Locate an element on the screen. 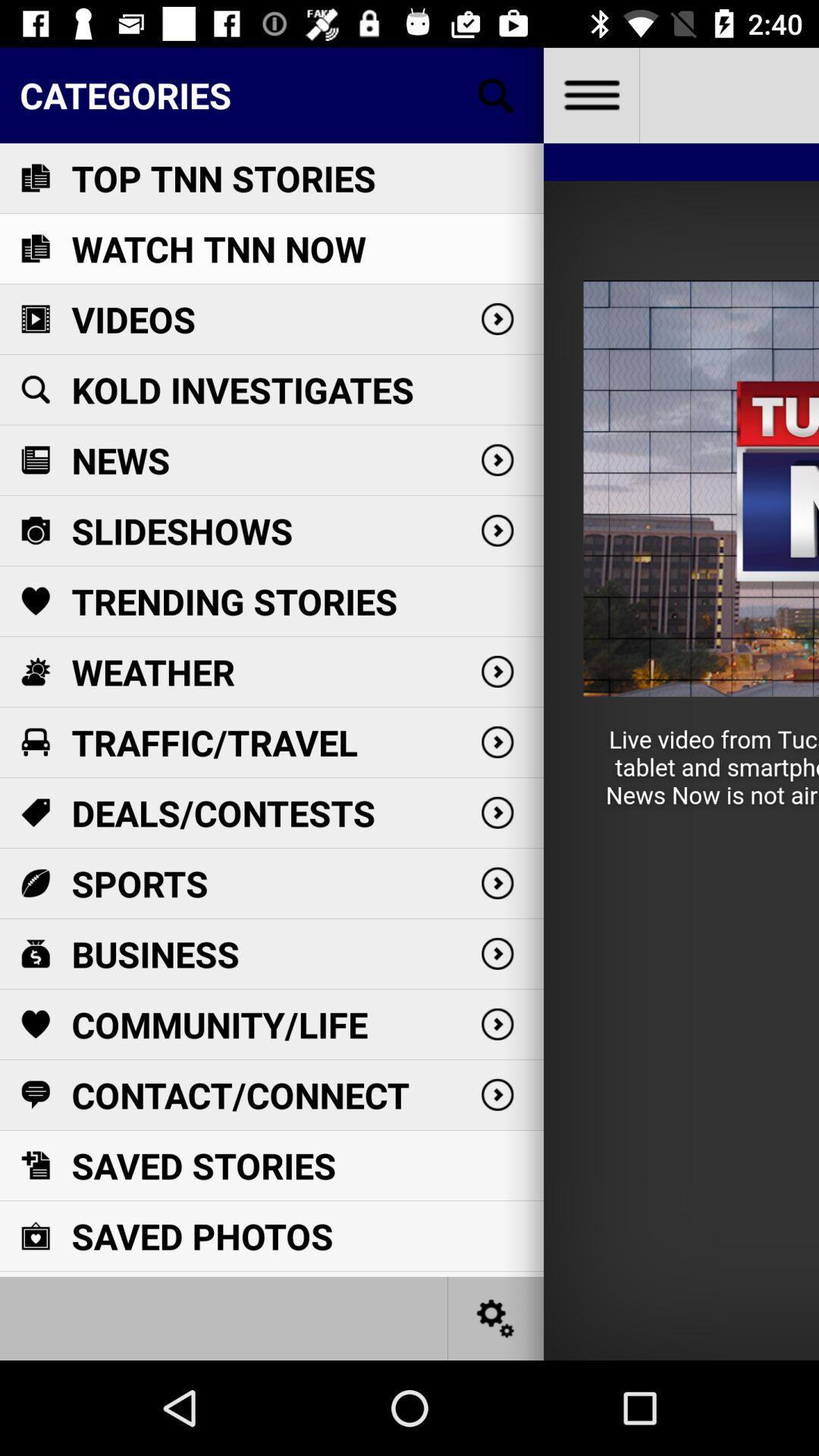 This screenshot has width=819, height=1456. the menu icon is located at coordinates (590, 94).